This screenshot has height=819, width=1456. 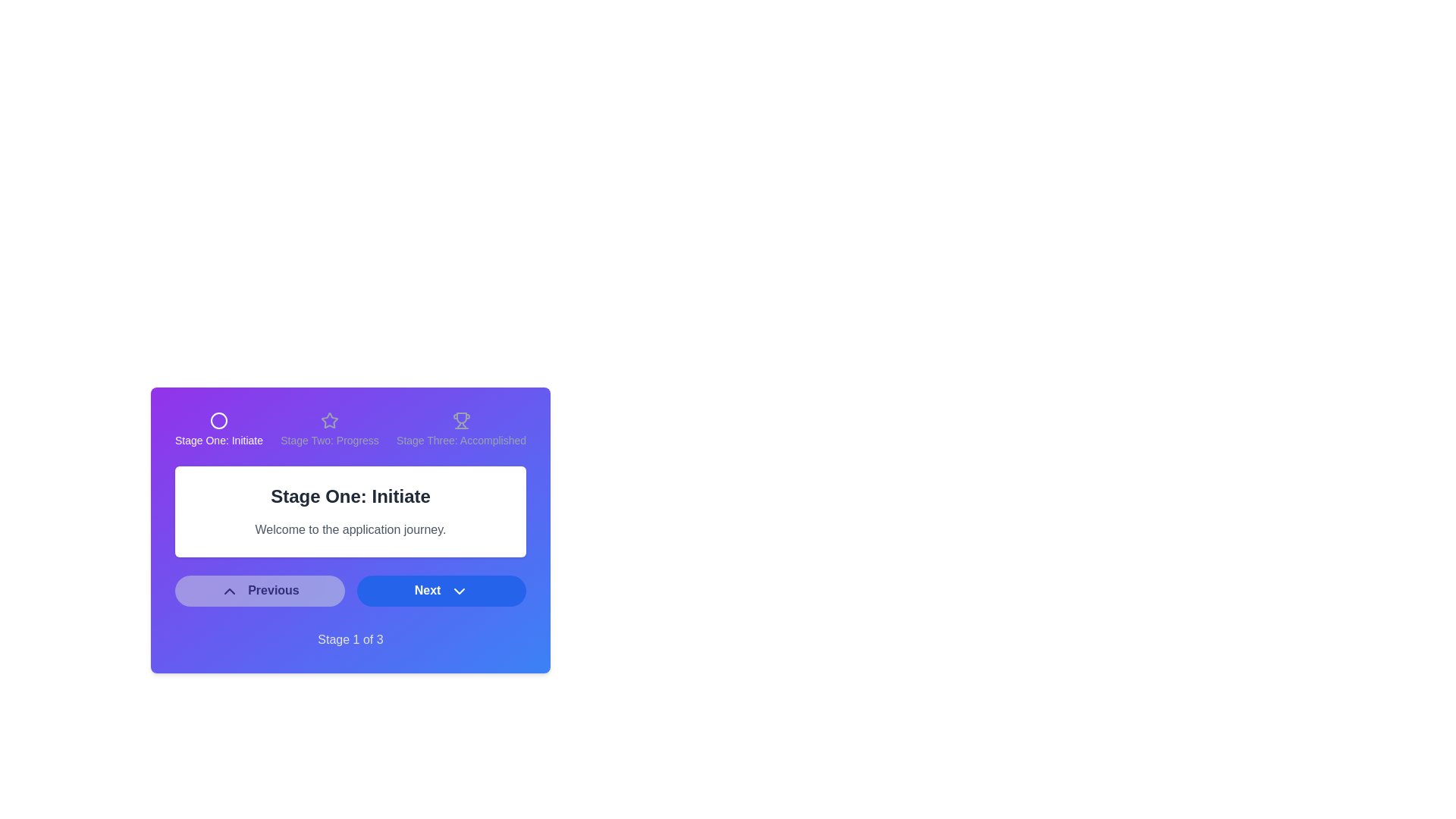 What do you see at coordinates (460, 430) in the screenshot?
I see `the third stage label with icon` at bounding box center [460, 430].